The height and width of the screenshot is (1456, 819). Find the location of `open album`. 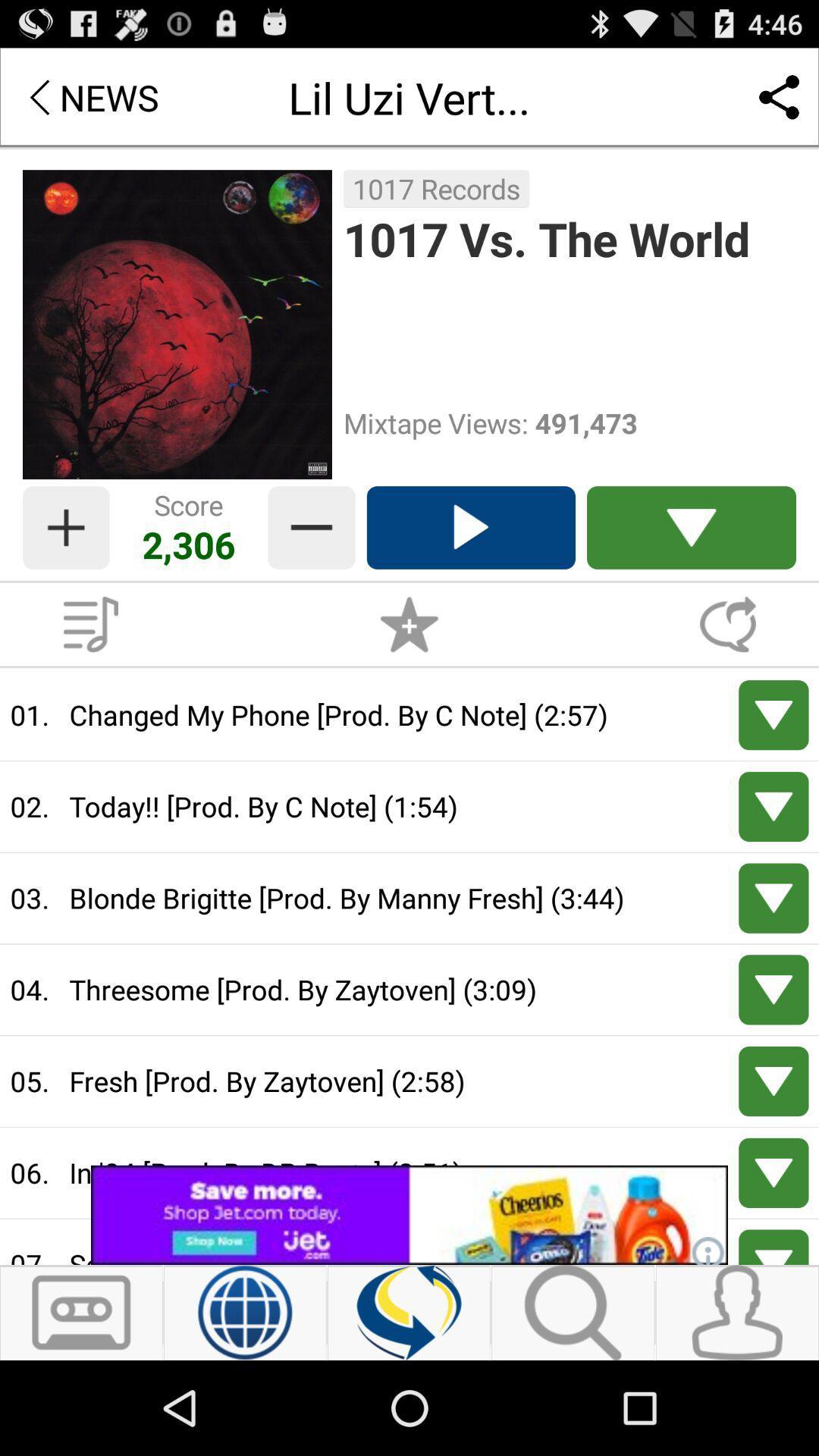

open album is located at coordinates (90, 624).